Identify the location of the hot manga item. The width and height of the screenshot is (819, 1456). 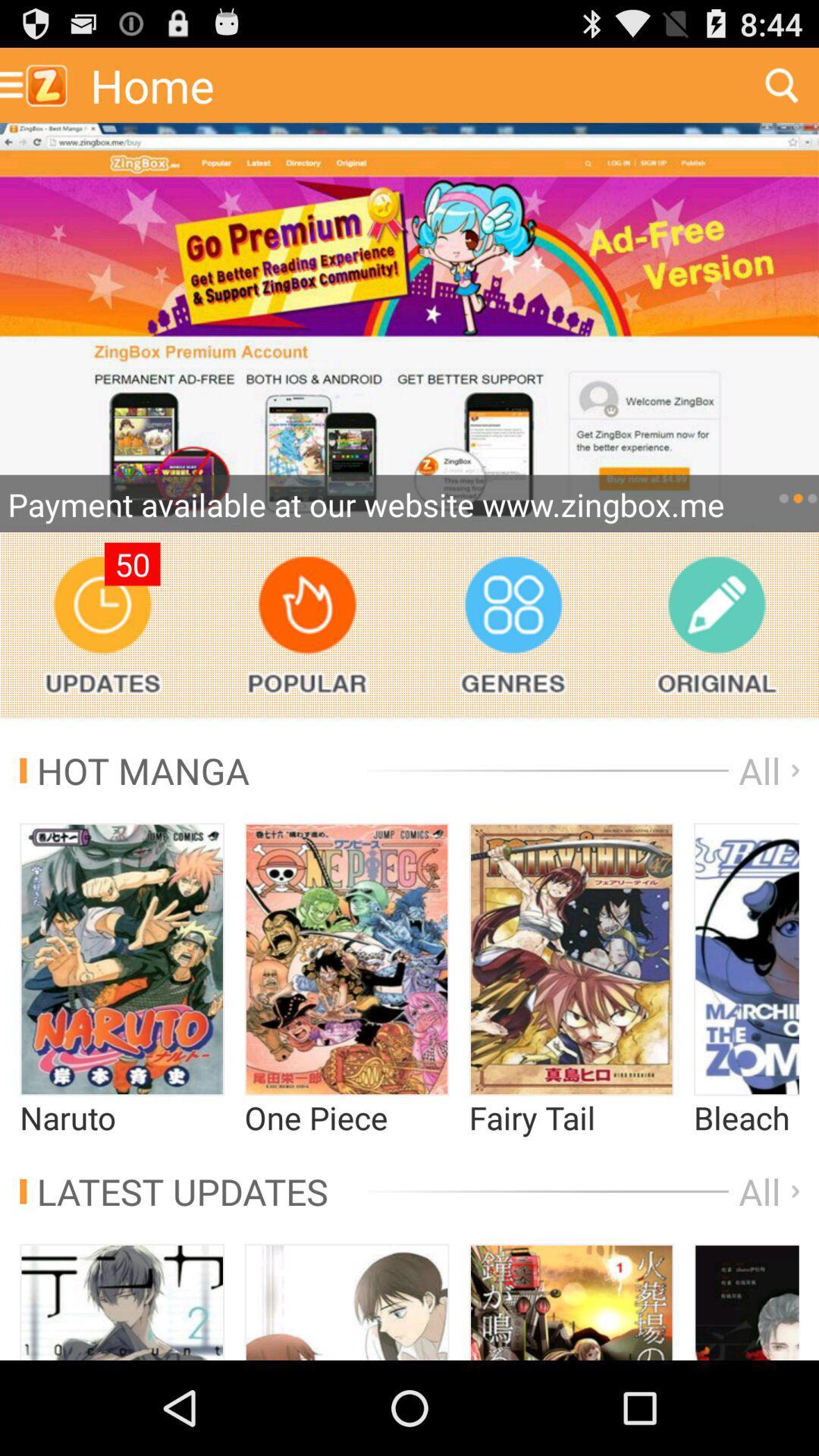
(133, 770).